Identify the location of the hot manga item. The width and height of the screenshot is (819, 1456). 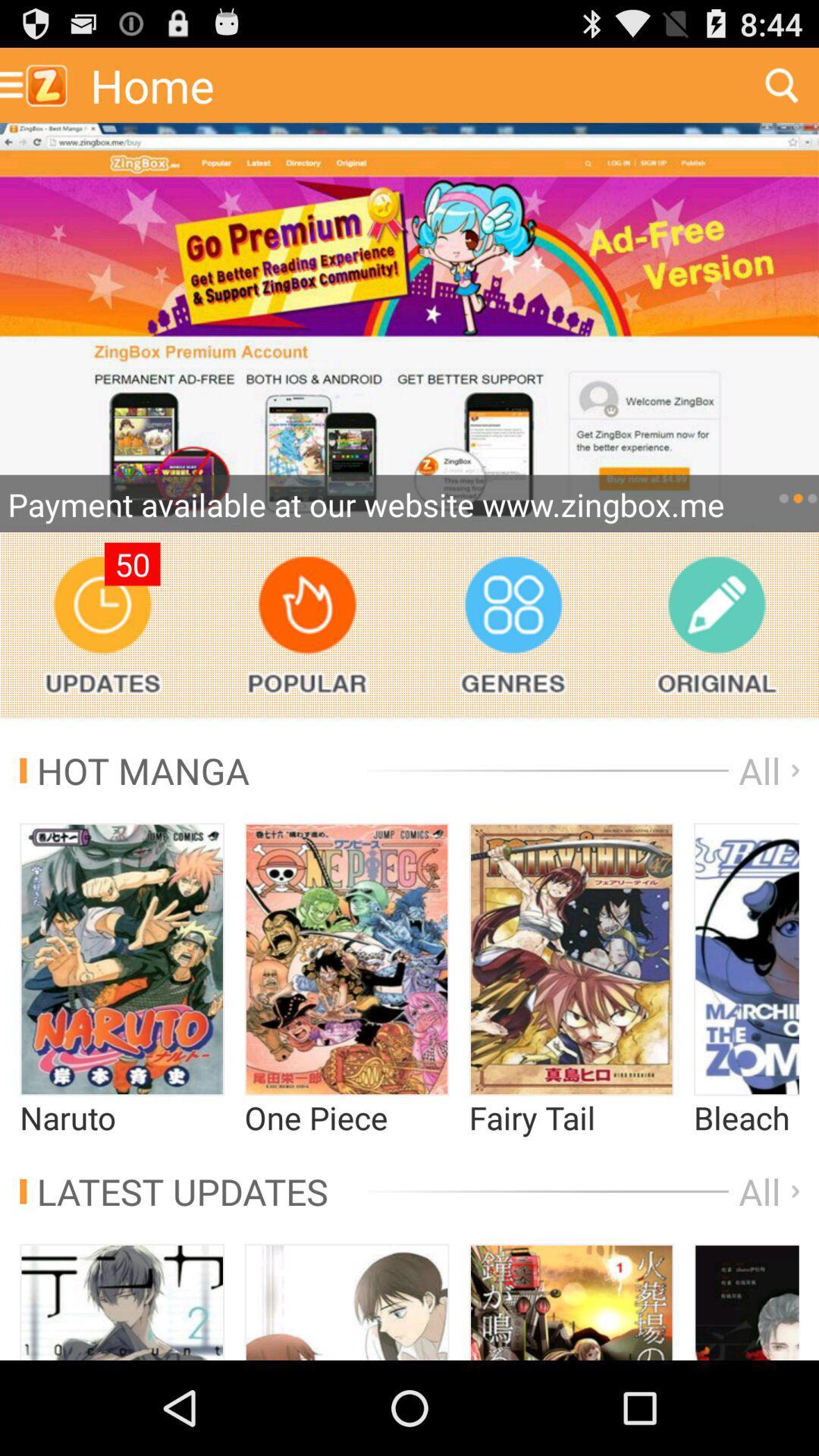
(133, 770).